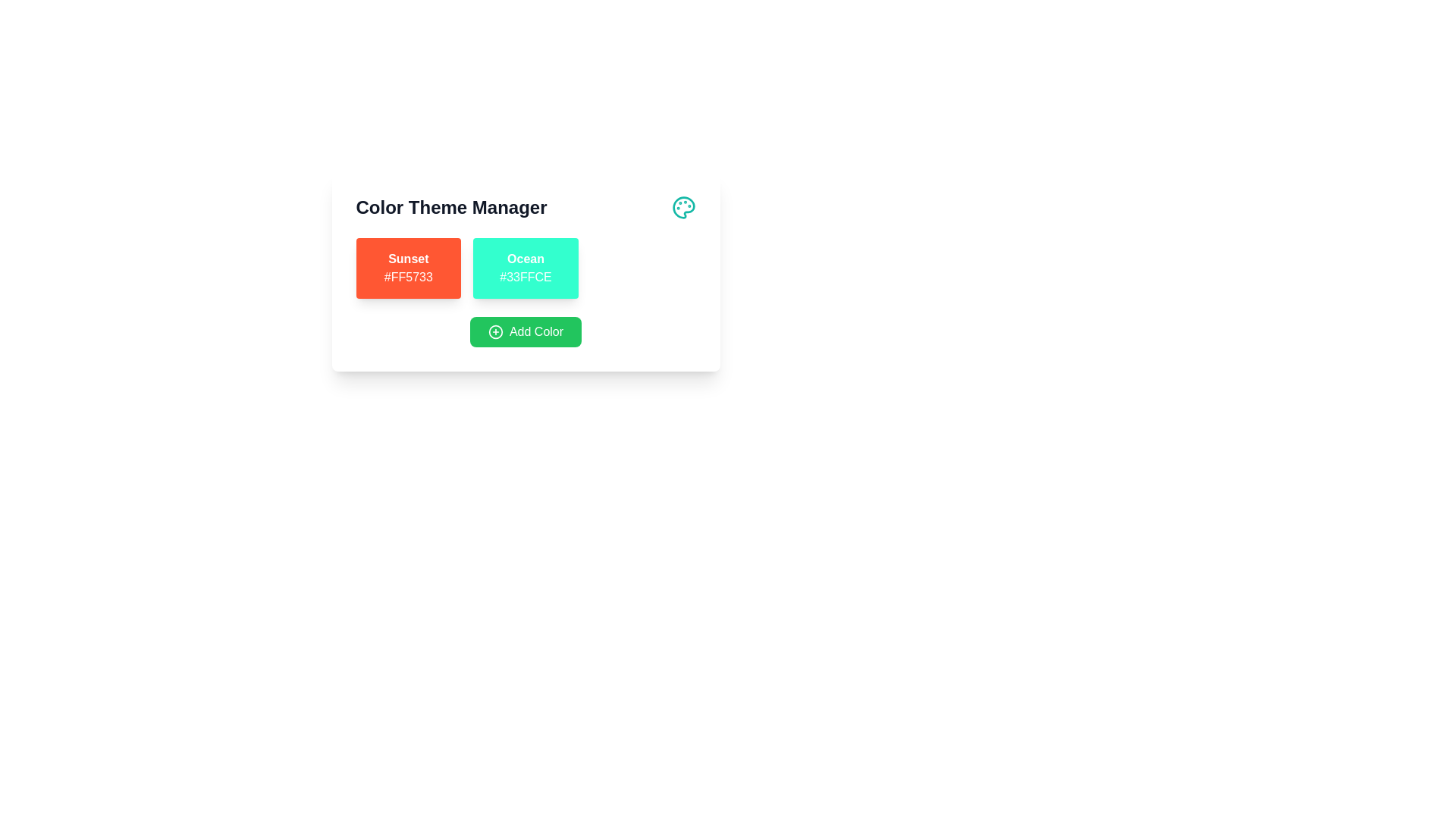 This screenshot has height=819, width=1456. What do you see at coordinates (682, 207) in the screenshot?
I see `the decorative SVG graphic element located at the top-right corner of the 'Color Theme Manager' card, which represents the larger background shape of the painter's palette` at bounding box center [682, 207].